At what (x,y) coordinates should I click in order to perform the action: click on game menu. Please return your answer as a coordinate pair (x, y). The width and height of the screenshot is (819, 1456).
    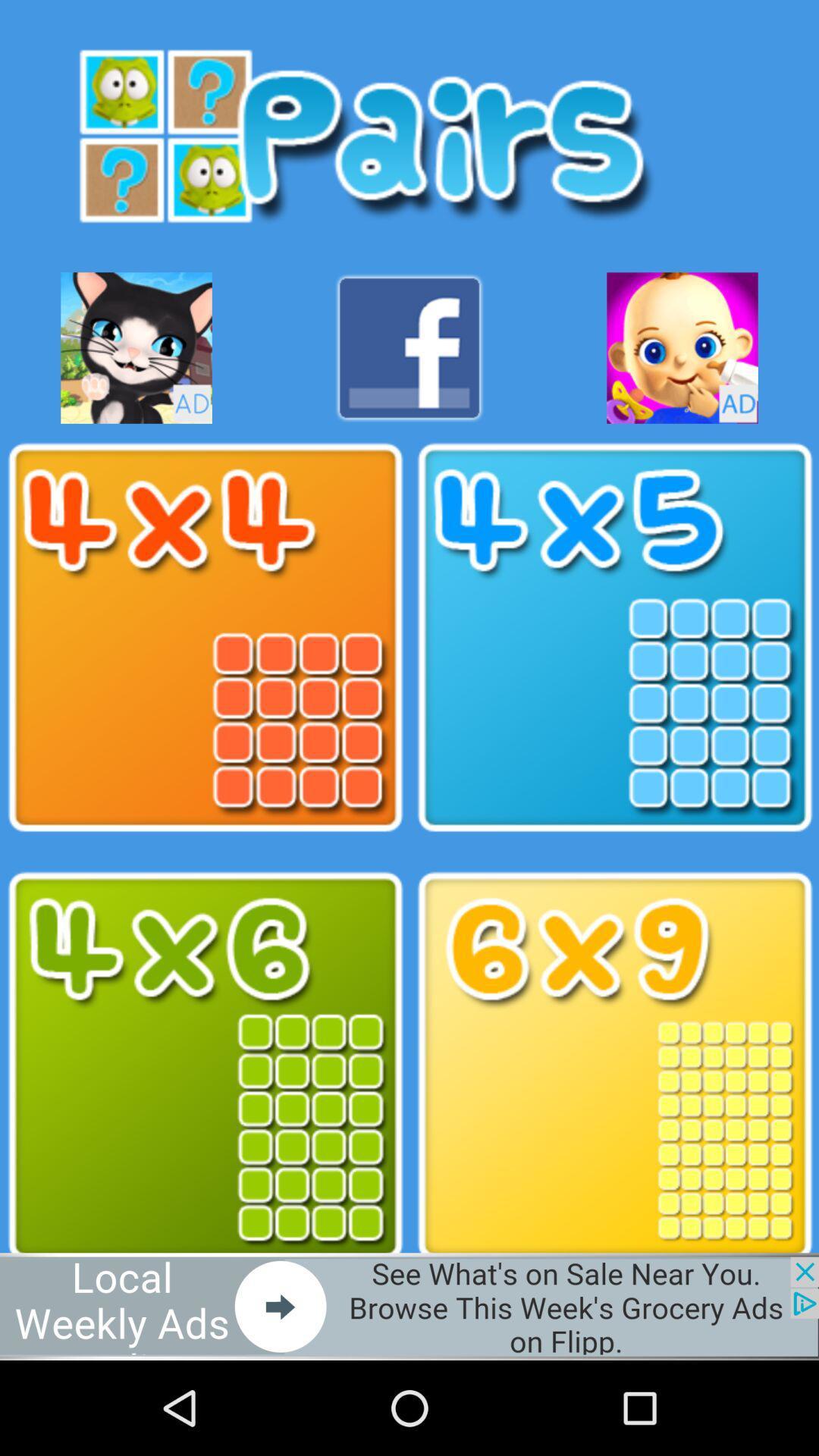
    Looking at the image, I should click on (205, 1065).